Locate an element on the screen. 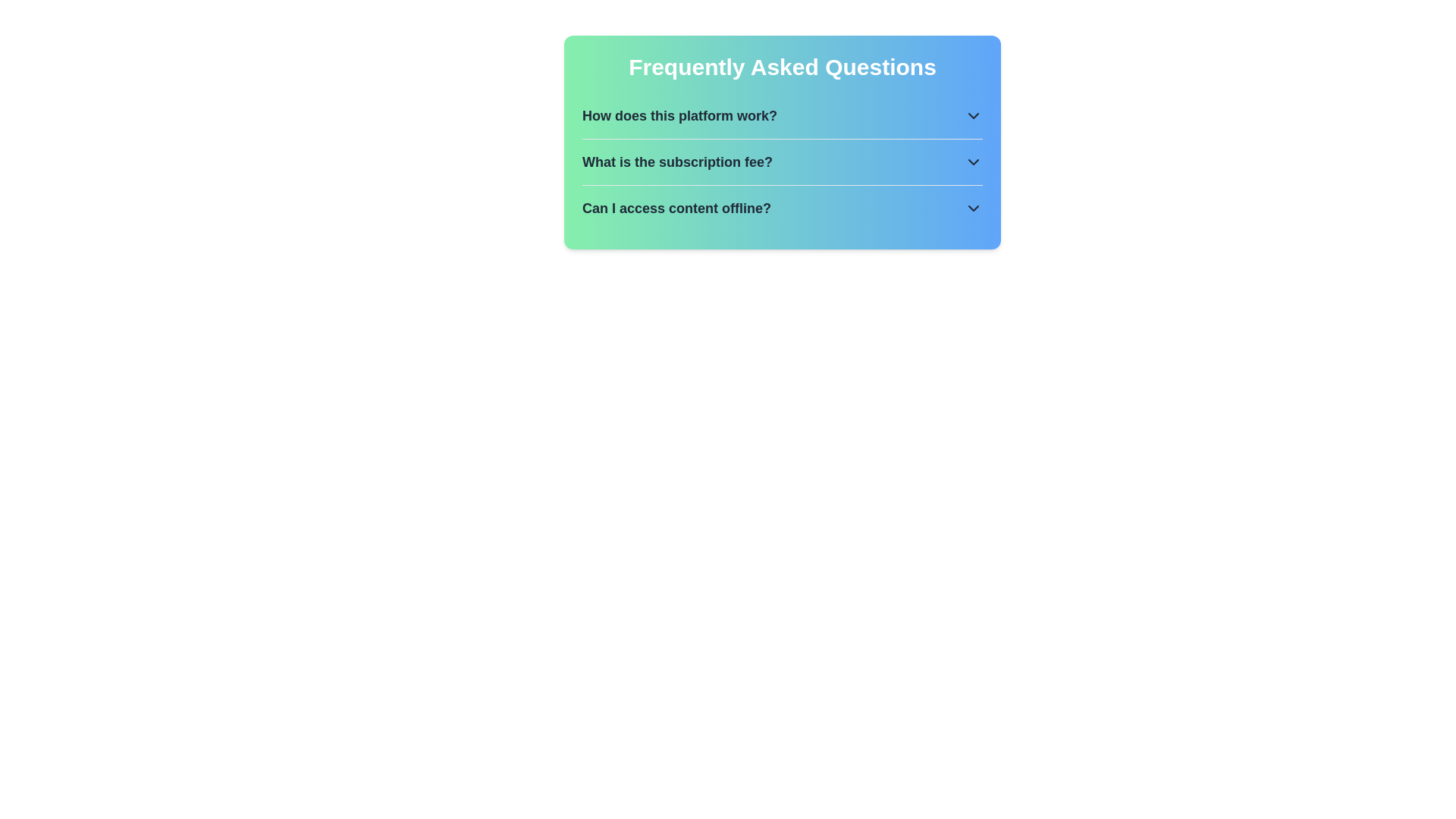 Image resolution: width=1456 pixels, height=819 pixels. the Interactive FAQ list item displaying the question 'What is the subscription fee?' for keyboard navigation is located at coordinates (783, 162).